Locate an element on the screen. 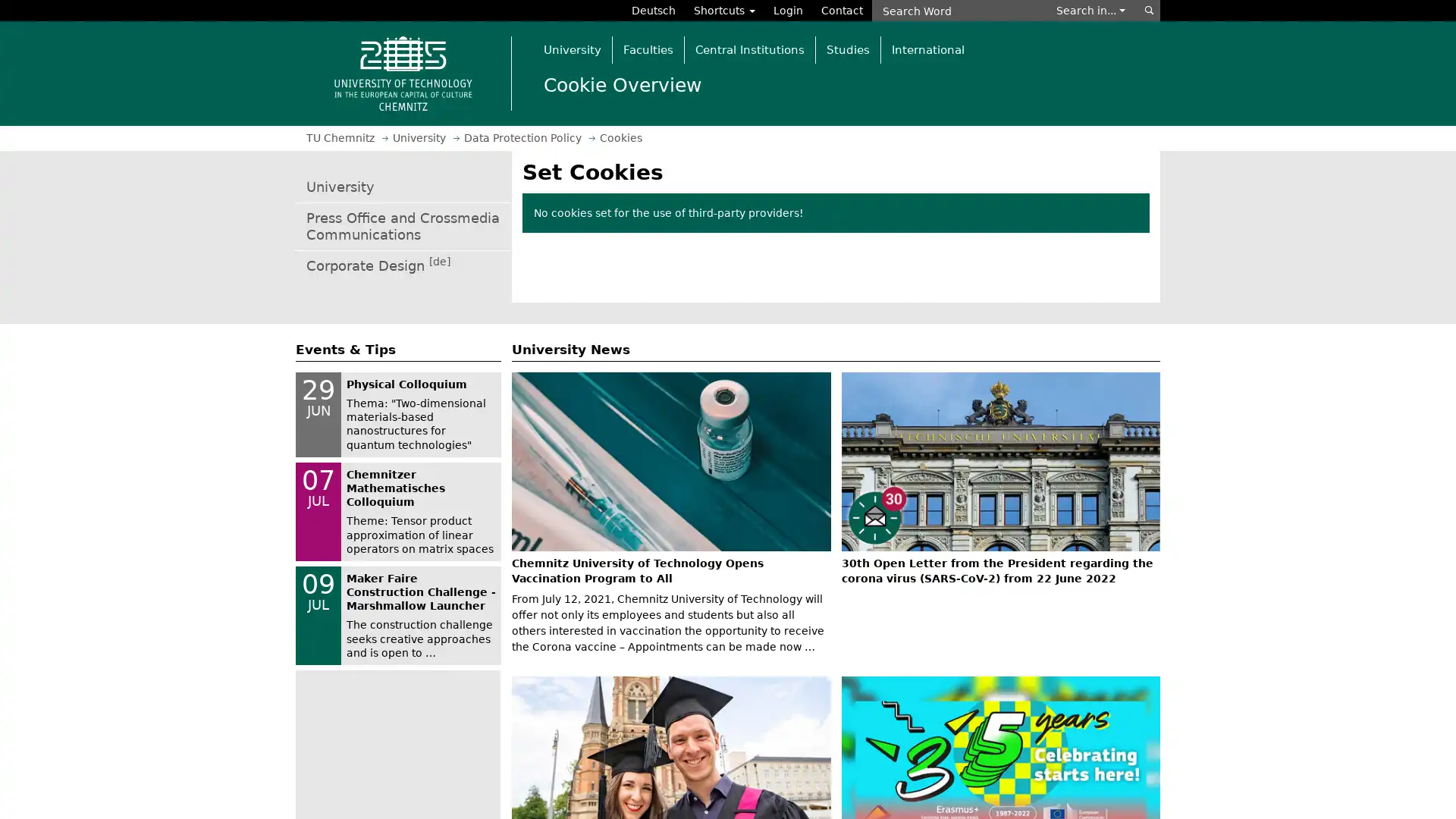 Image resolution: width=1456 pixels, height=819 pixels. Faculties is located at coordinates (648, 49).